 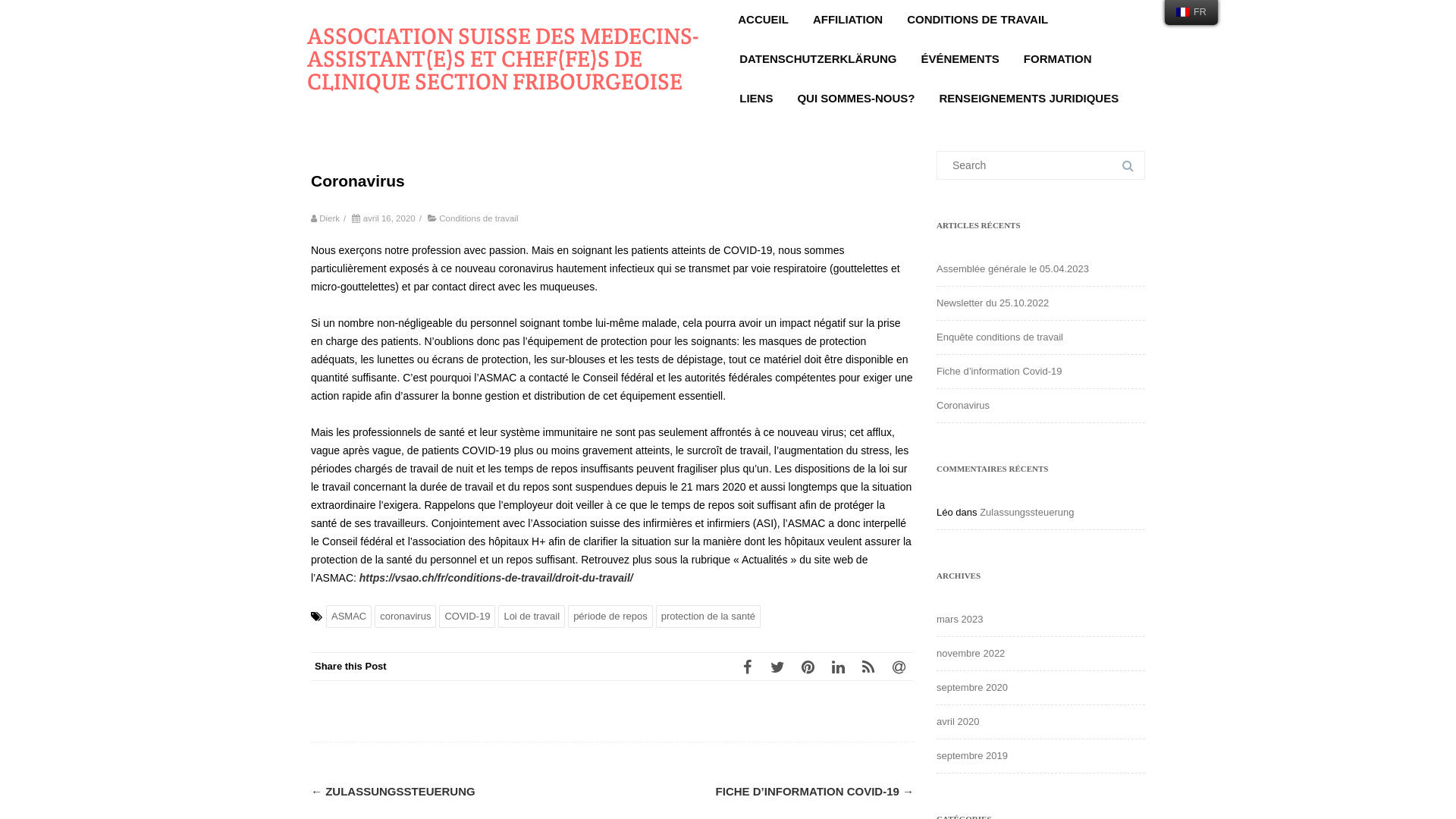 What do you see at coordinates (977, 20) in the screenshot?
I see `'CONDITIONS DE TRAVAIL'` at bounding box center [977, 20].